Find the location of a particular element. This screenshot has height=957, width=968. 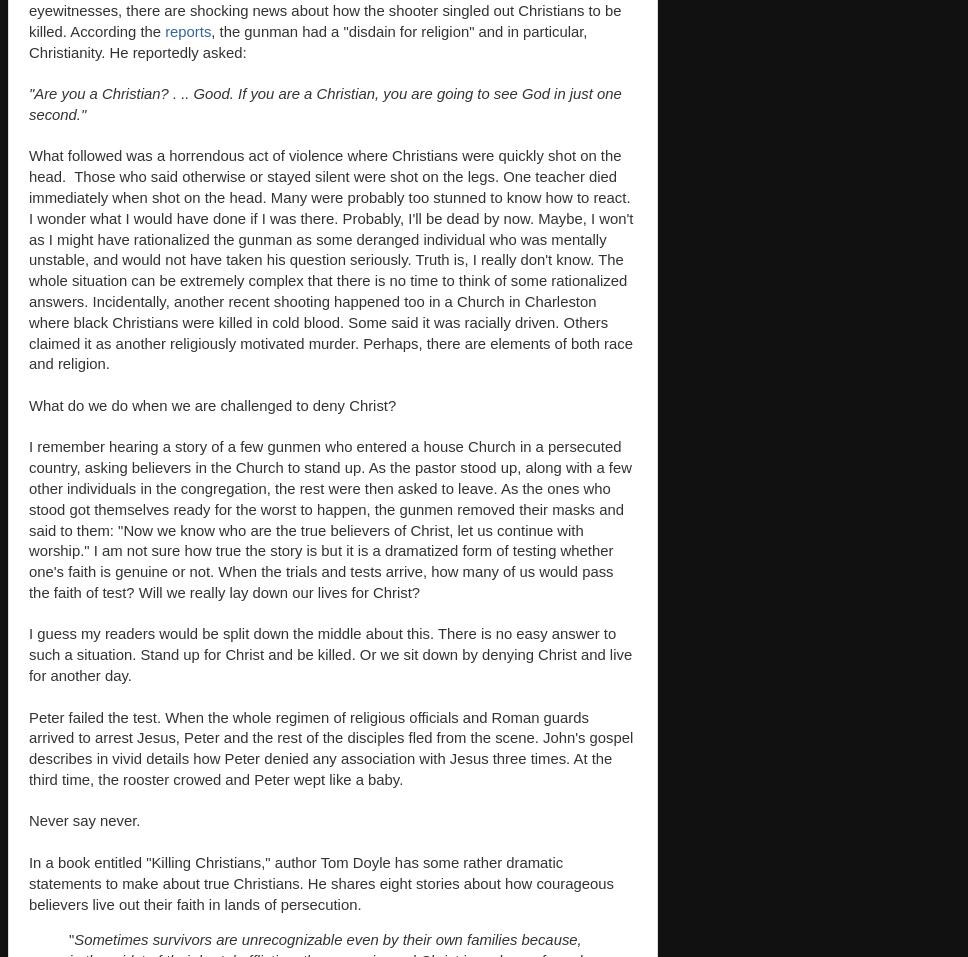

'Never say never.' is located at coordinates (29, 820).